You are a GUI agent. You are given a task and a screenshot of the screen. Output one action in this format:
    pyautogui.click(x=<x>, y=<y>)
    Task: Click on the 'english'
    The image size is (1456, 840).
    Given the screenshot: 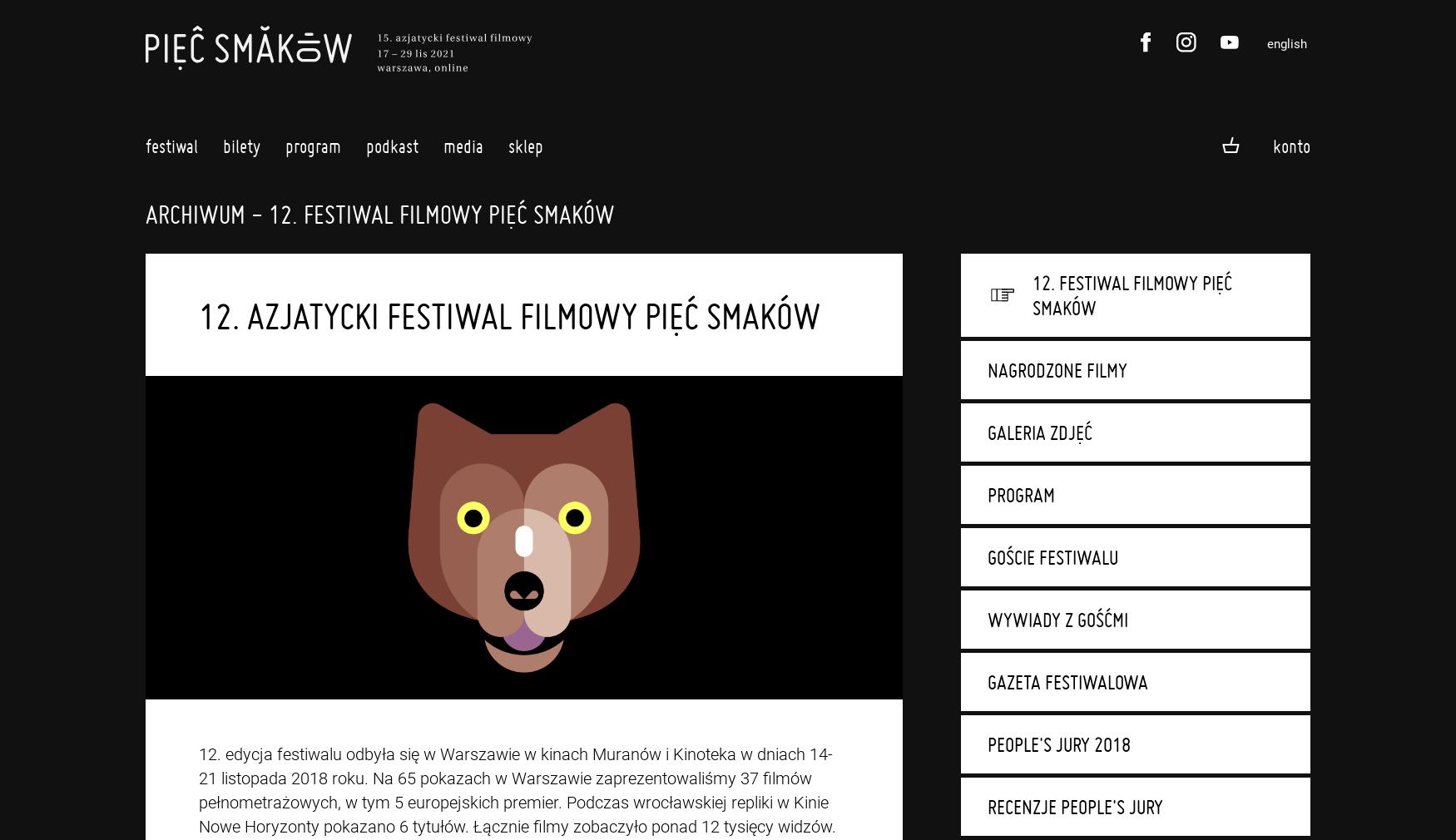 What is the action you would take?
    pyautogui.click(x=1286, y=42)
    